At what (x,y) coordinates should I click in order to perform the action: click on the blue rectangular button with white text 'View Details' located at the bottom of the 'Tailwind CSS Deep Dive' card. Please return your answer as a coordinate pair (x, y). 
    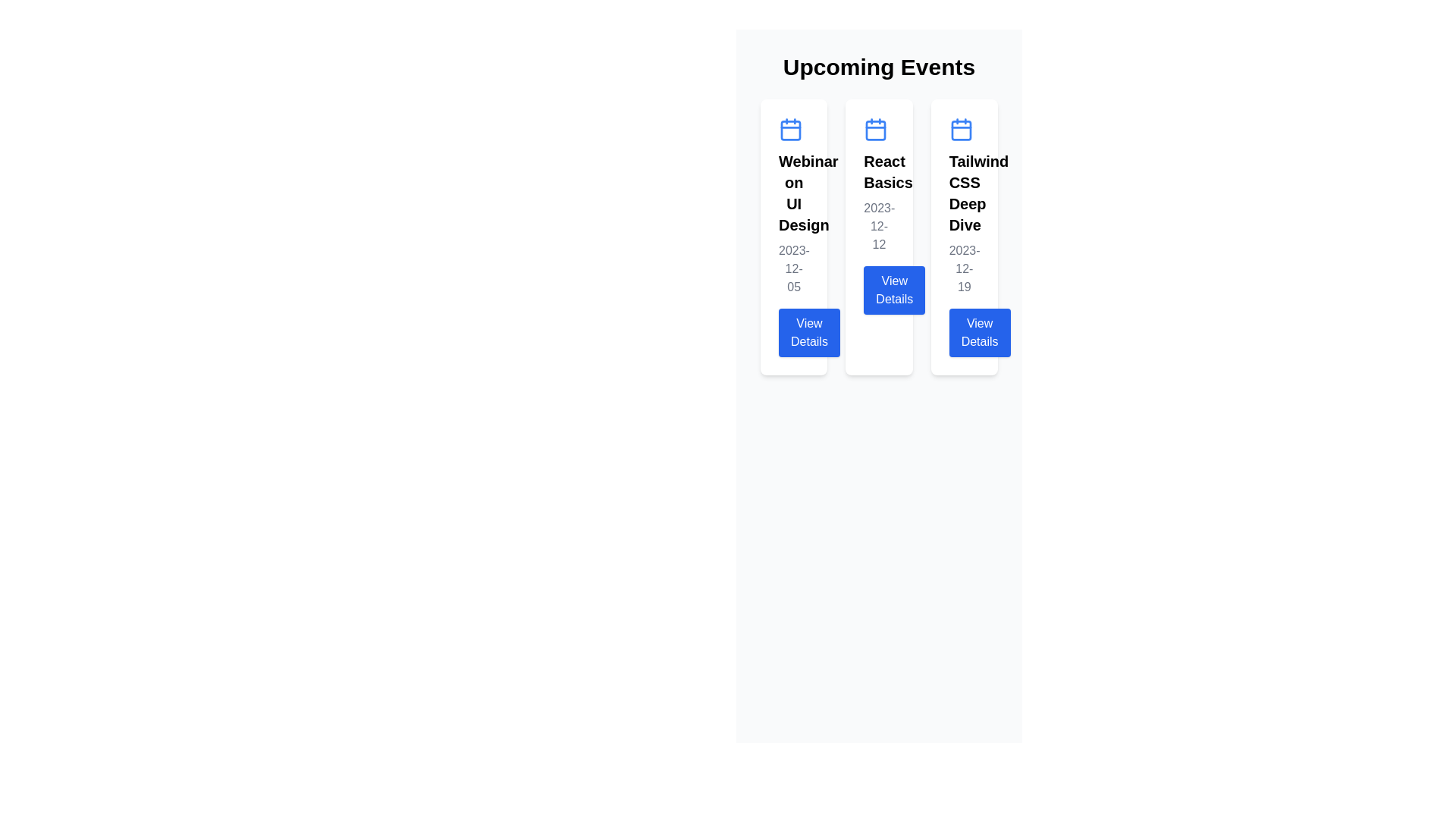
    Looking at the image, I should click on (979, 332).